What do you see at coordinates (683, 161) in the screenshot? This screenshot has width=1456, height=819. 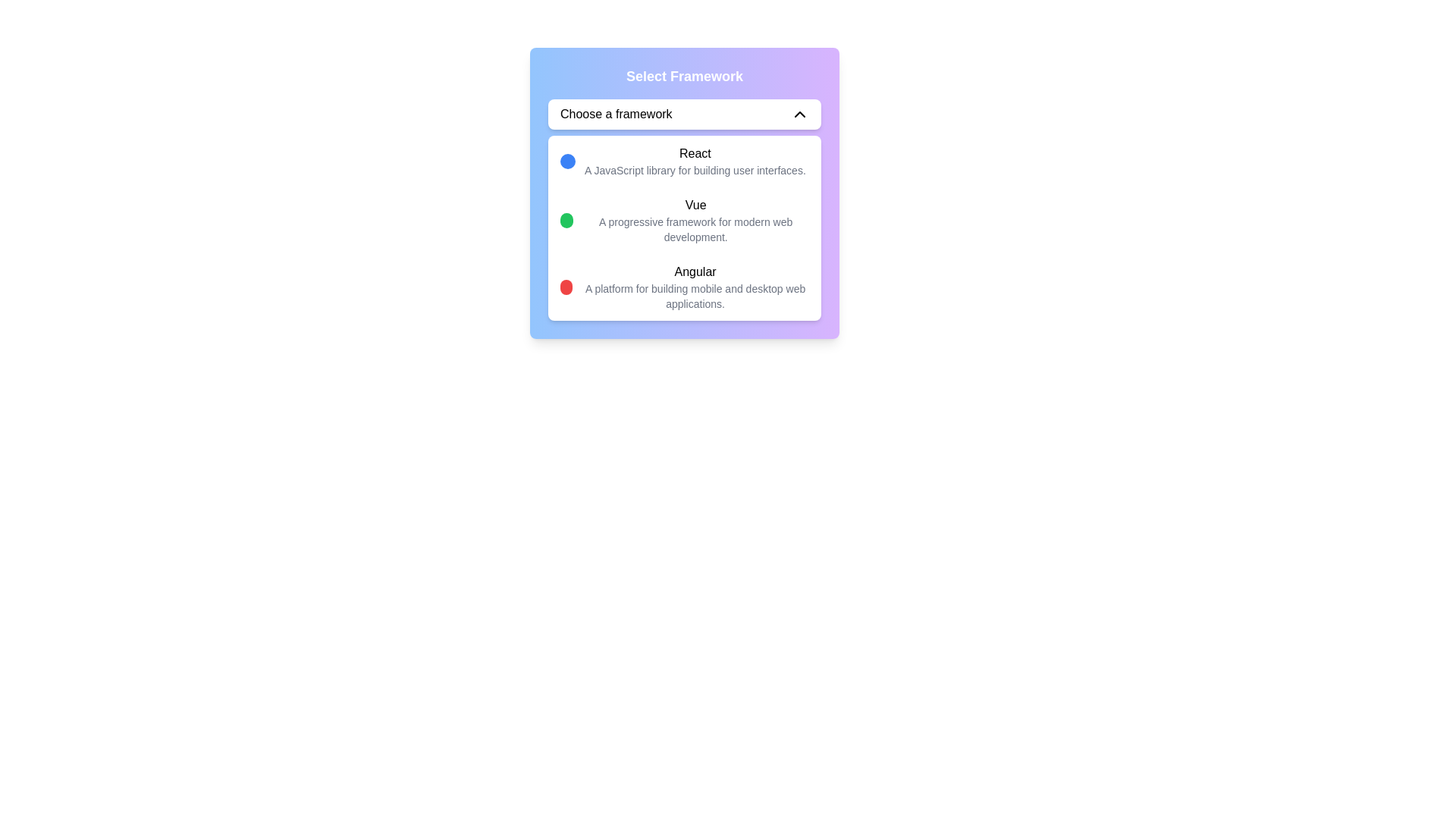 I see `the first list item with a blue circular marker and the title 'React'` at bounding box center [683, 161].